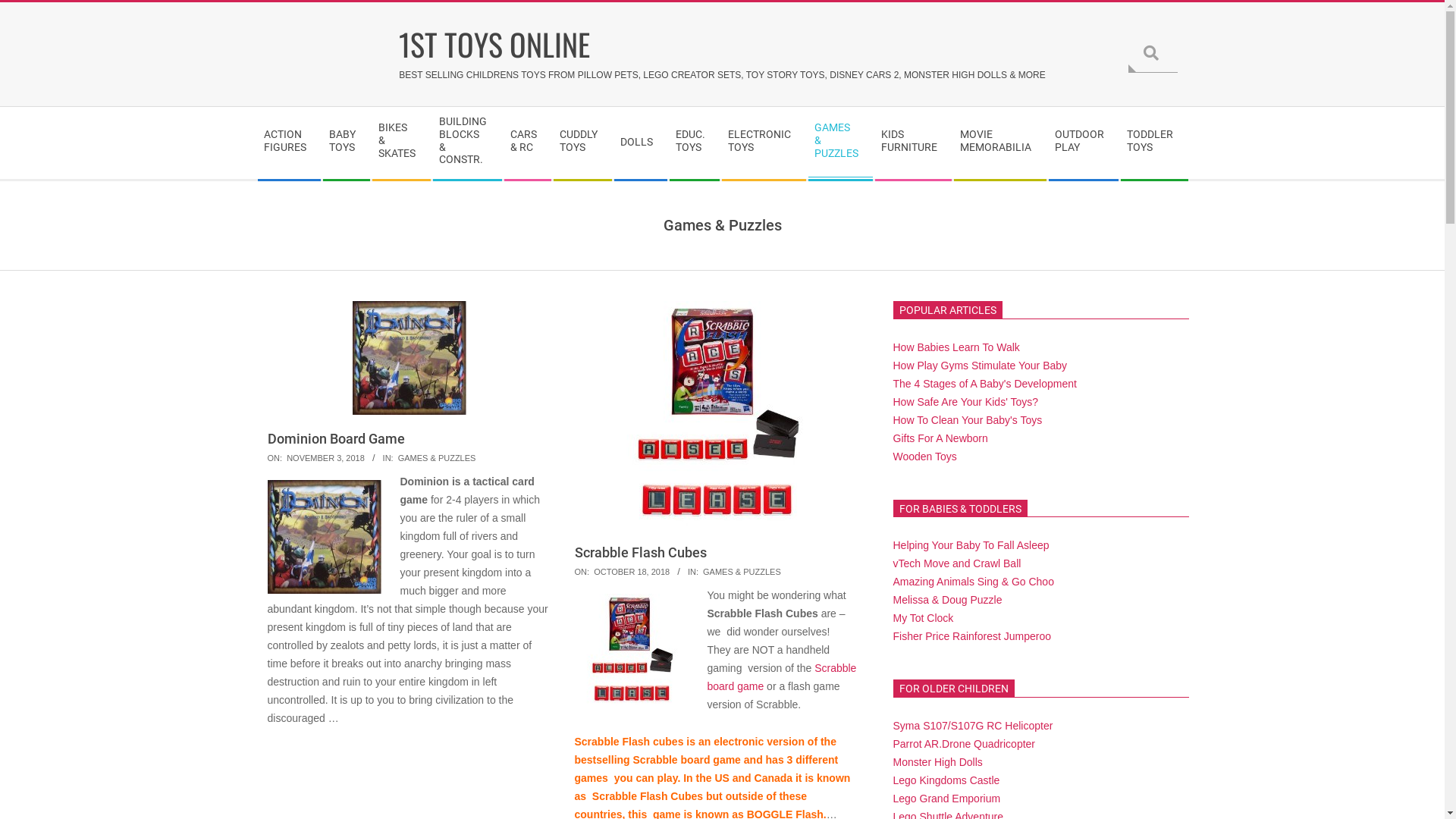 The image size is (1456, 819). Describe the element at coordinates (946, 798) in the screenshot. I see `'Lego Grand Emporium'` at that location.